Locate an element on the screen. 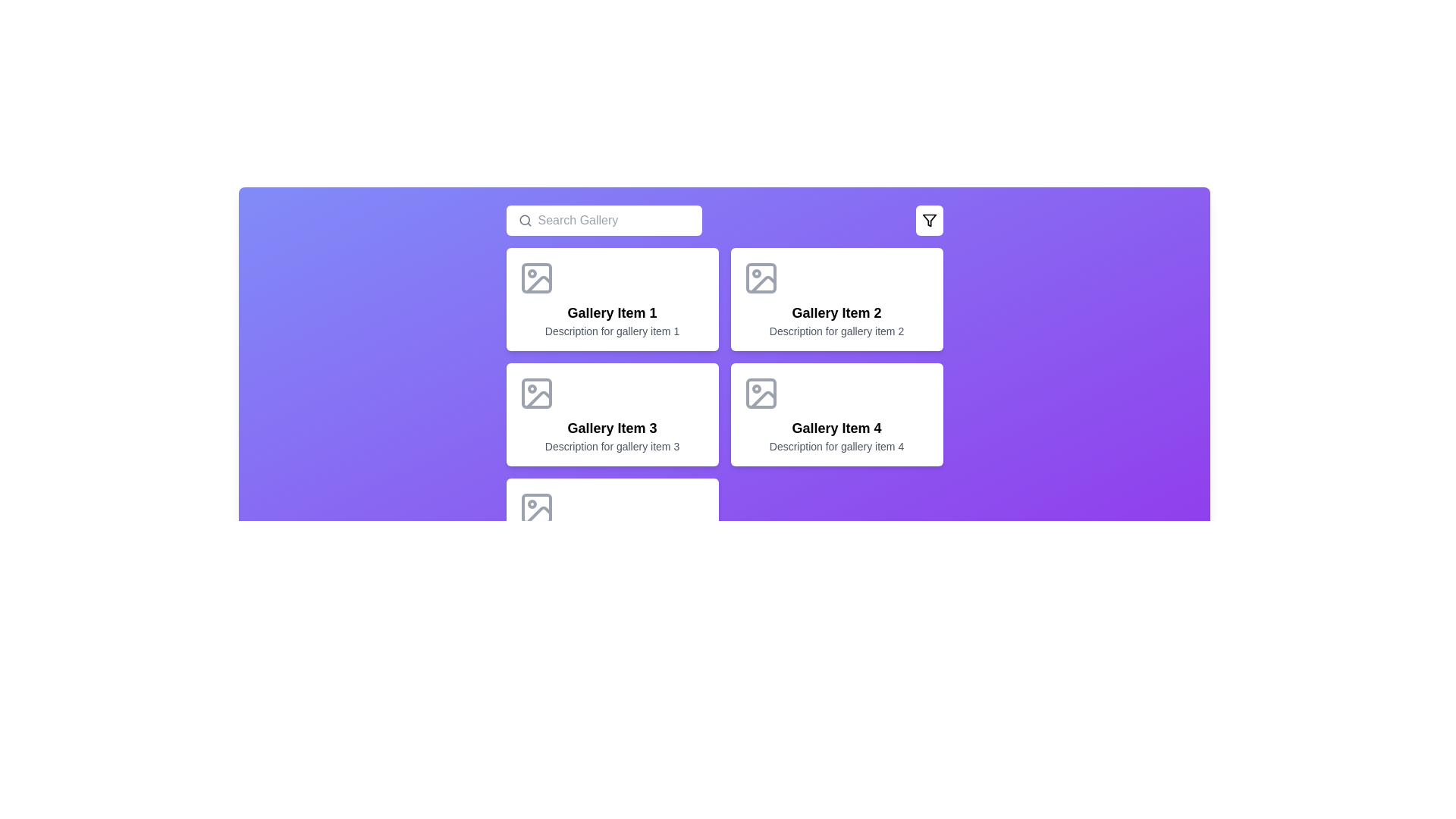 This screenshot has width=1456, height=819. the Decorative SVG rectangle, which is a small rectangle with rounded corners is located at coordinates (536, 278).